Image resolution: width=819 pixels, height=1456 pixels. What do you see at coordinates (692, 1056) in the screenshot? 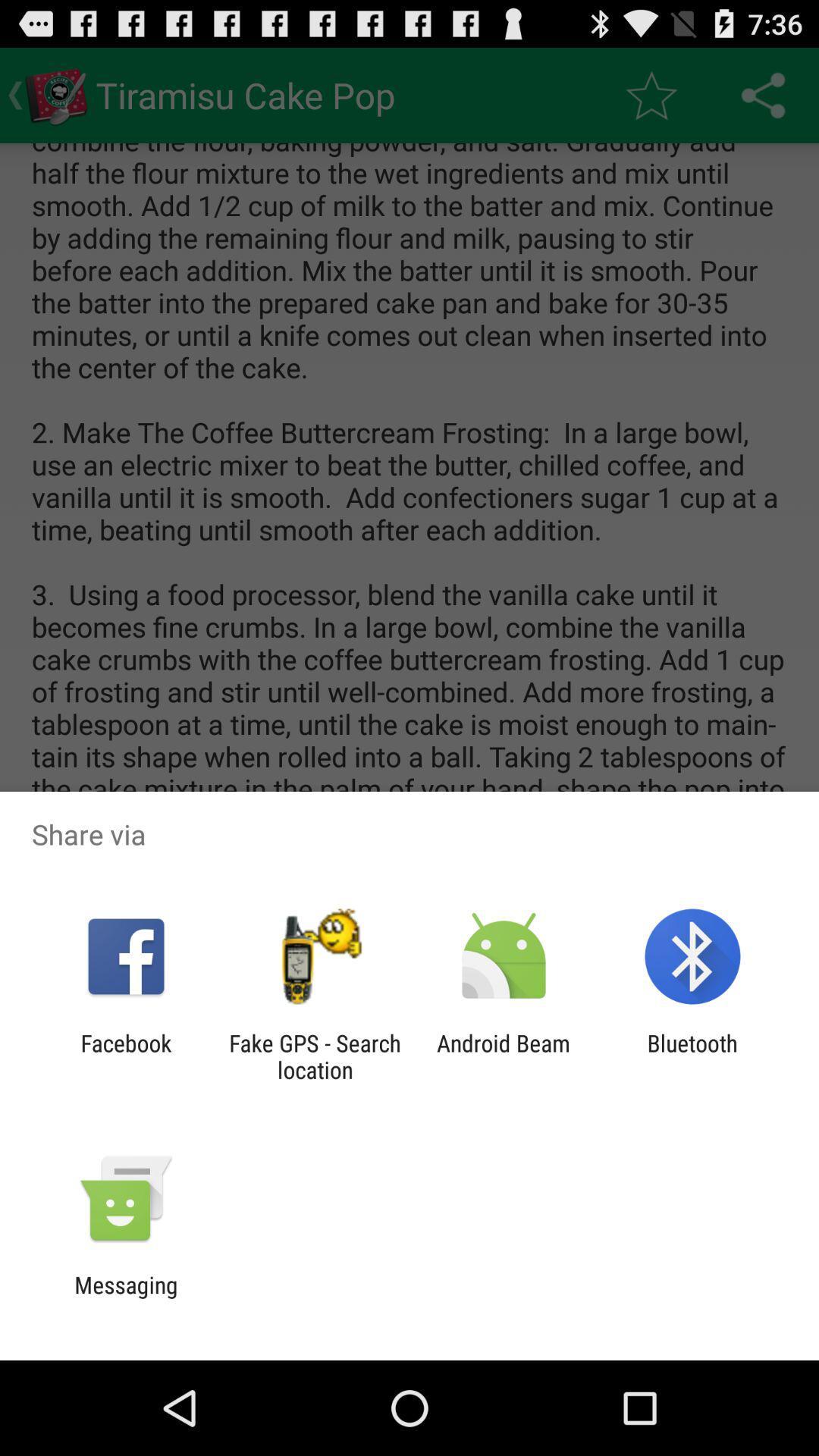
I see `app at the bottom right corner` at bounding box center [692, 1056].